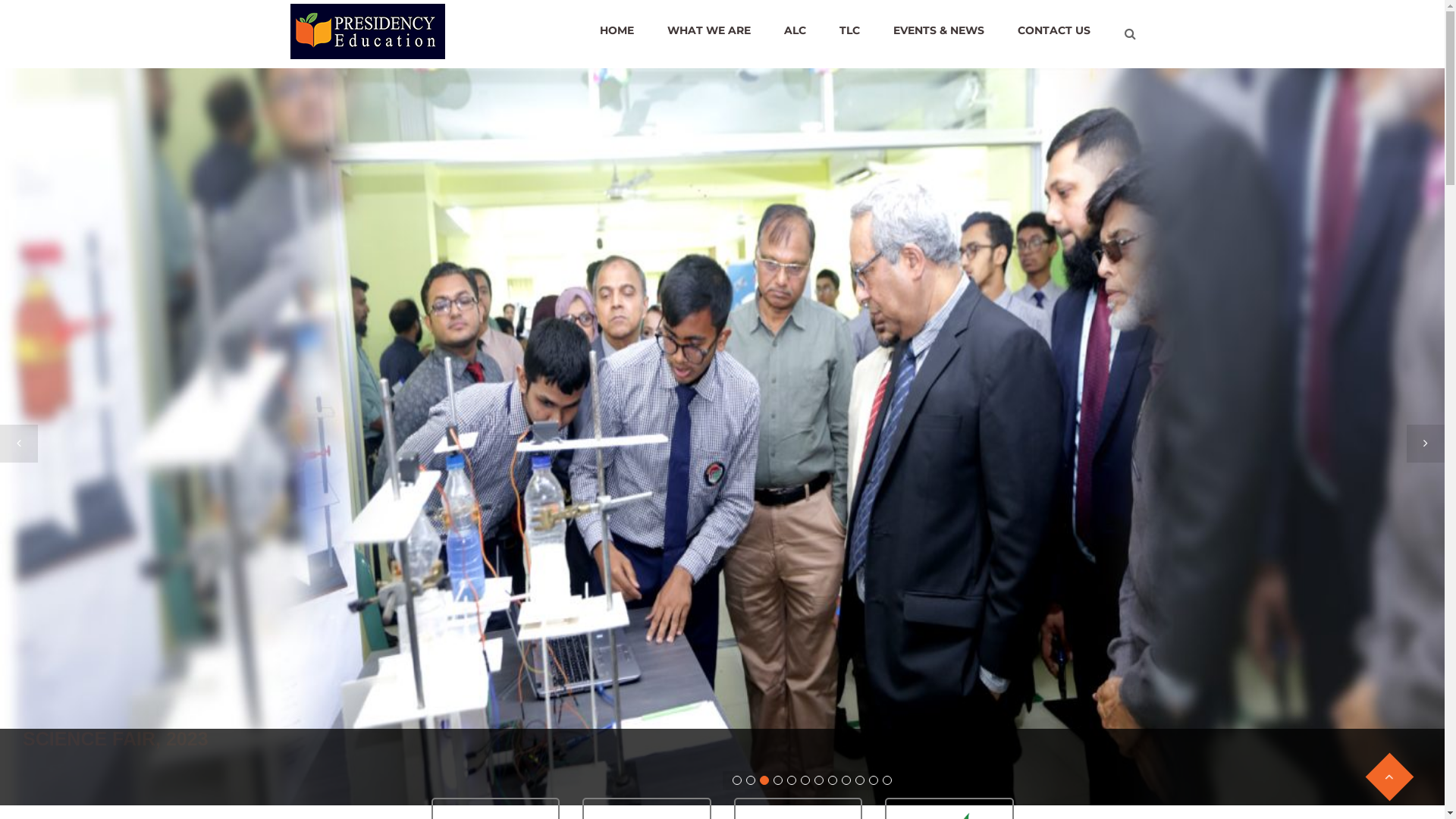 This screenshot has height=819, width=1456. I want to click on 'WHAT WE ARE', so click(708, 30).